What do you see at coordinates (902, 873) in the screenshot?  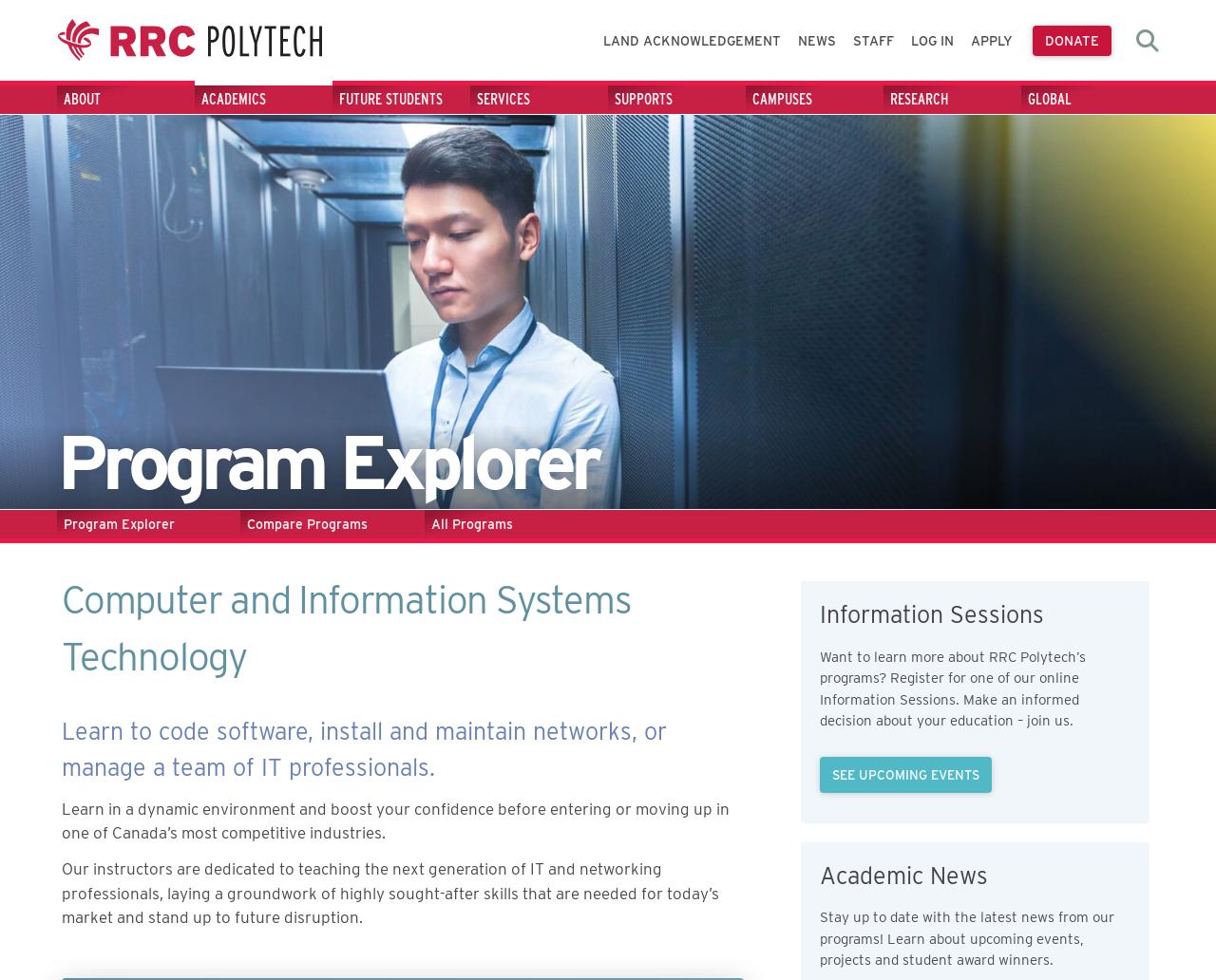 I see `'Academic News'` at bounding box center [902, 873].